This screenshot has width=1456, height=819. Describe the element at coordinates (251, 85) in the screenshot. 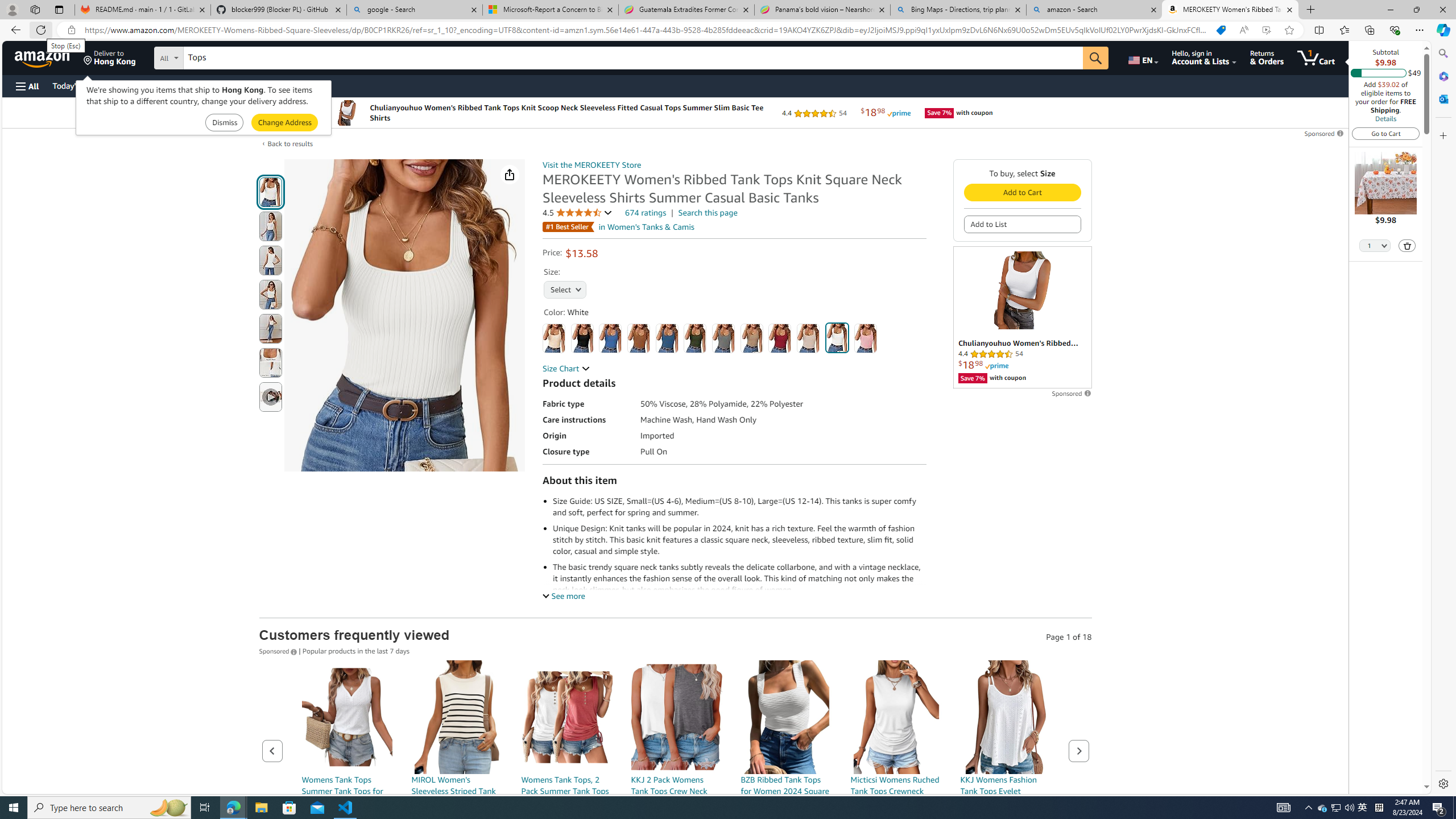

I see `'Gift Cards'` at that location.